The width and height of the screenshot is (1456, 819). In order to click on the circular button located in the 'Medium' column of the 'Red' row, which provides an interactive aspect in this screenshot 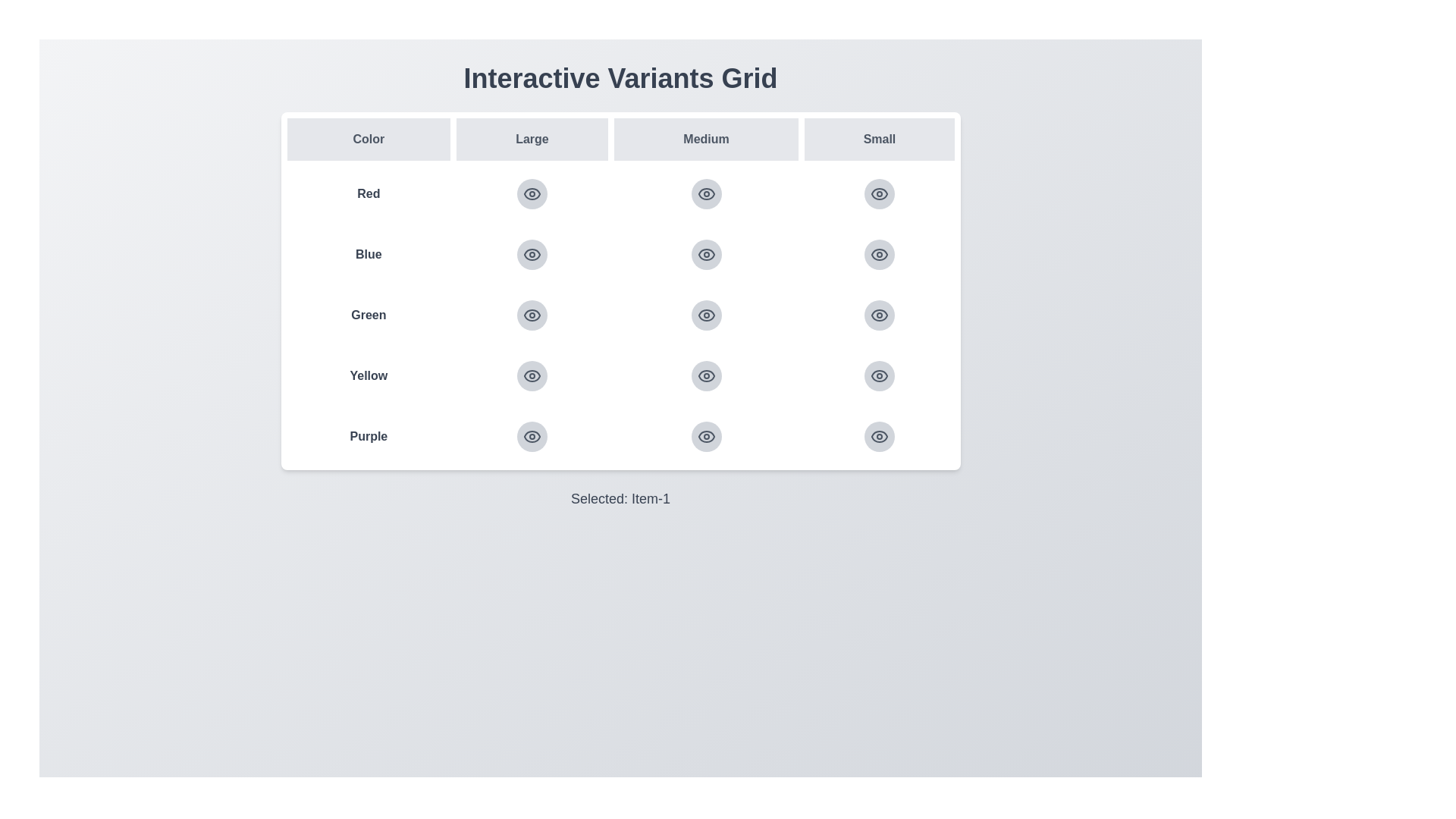, I will do `click(620, 193)`.